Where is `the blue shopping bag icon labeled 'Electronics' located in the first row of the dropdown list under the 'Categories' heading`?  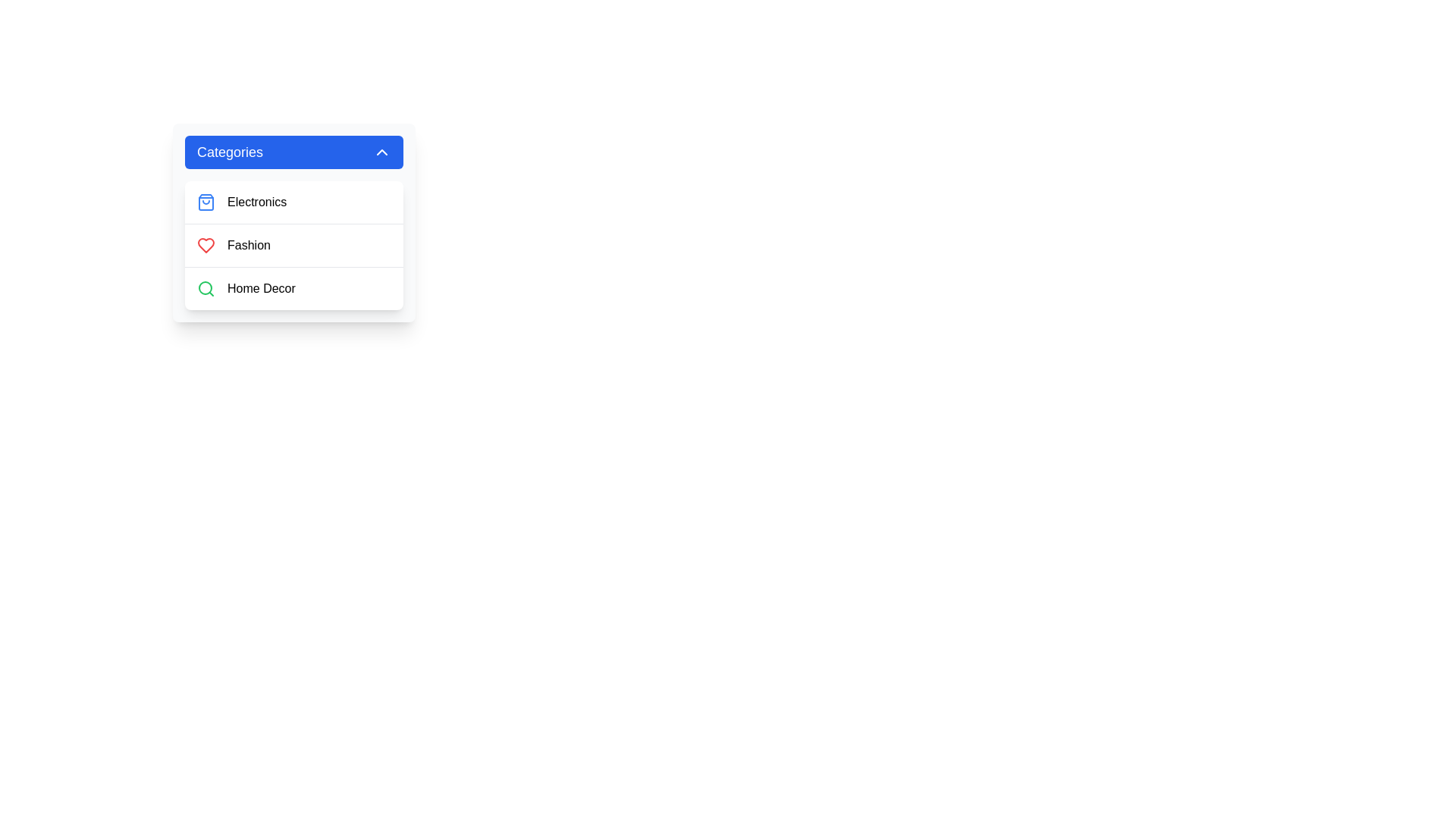
the blue shopping bag icon labeled 'Electronics' located in the first row of the dropdown list under the 'Categories' heading is located at coordinates (206, 201).